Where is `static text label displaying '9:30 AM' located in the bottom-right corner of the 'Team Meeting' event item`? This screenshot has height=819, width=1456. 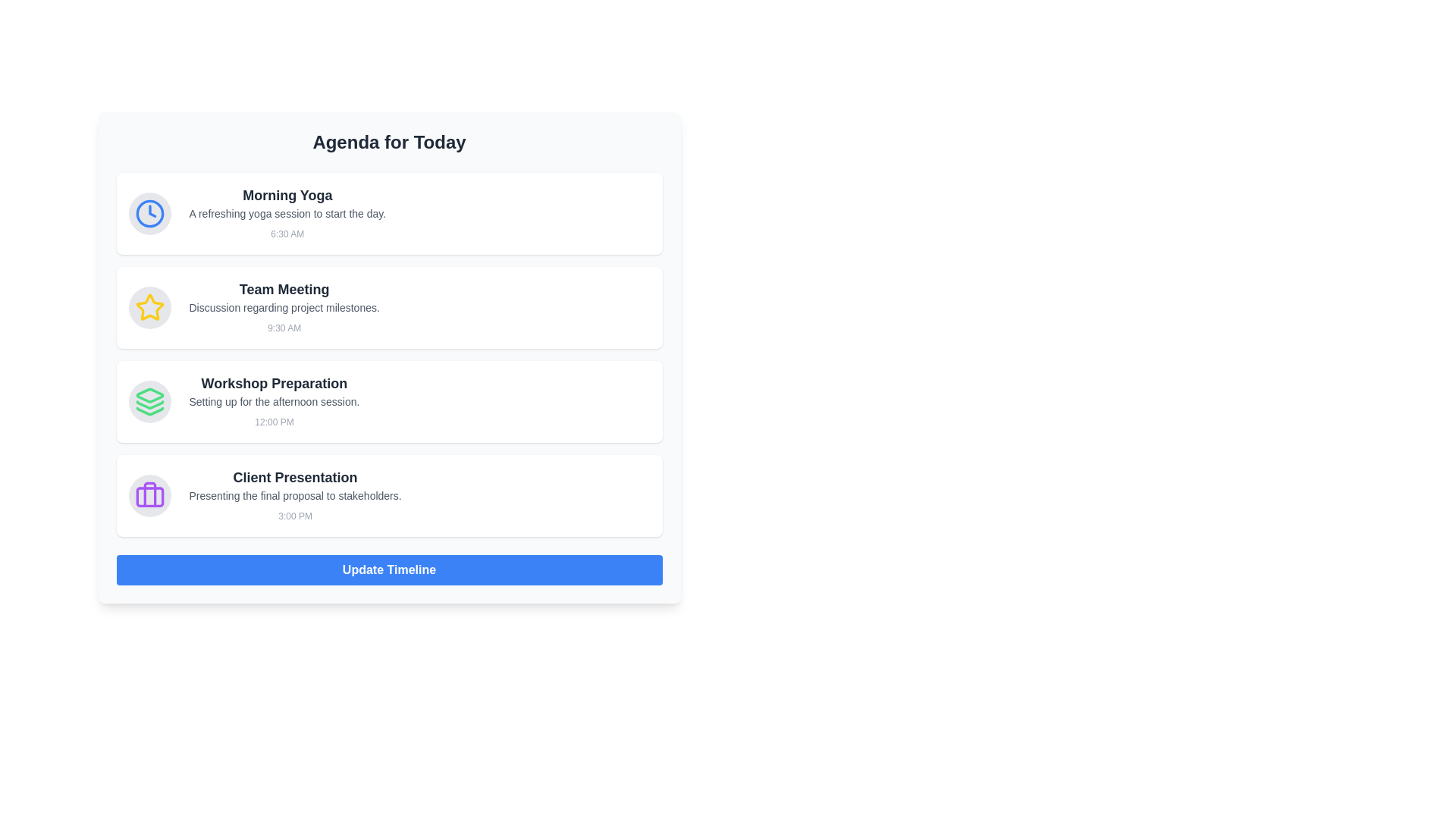 static text label displaying '9:30 AM' located in the bottom-right corner of the 'Team Meeting' event item is located at coordinates (284, 327).